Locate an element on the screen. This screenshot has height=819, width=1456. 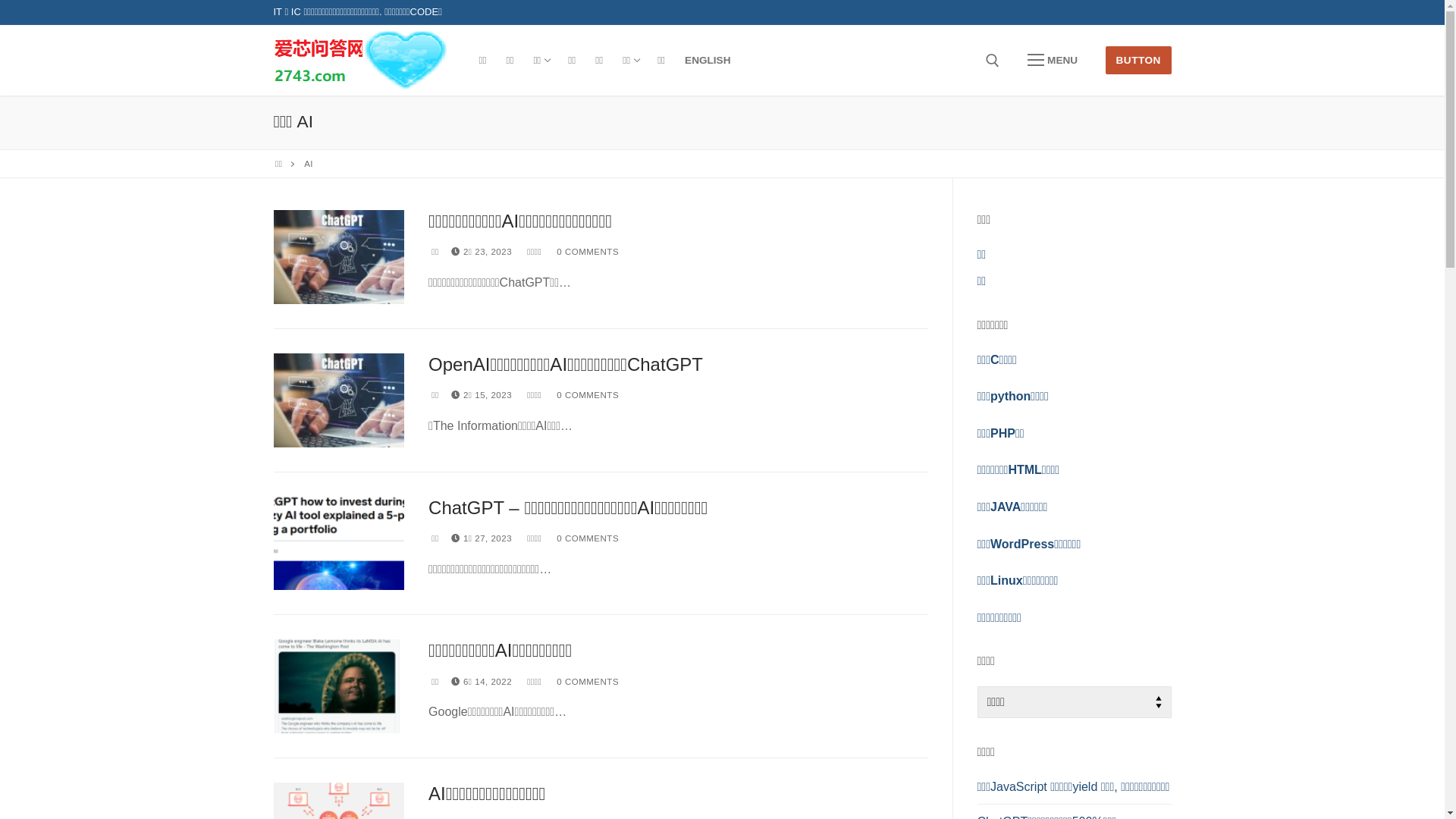
'MENU' is located at coordinates (1012, 60).